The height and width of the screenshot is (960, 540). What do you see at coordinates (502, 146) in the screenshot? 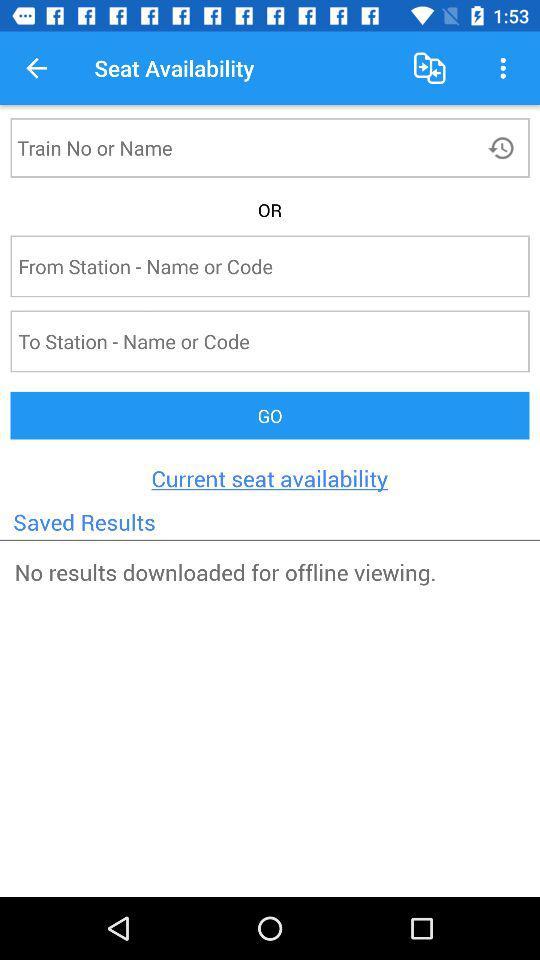
I see `the history icon` at bounding box center [502, 146].